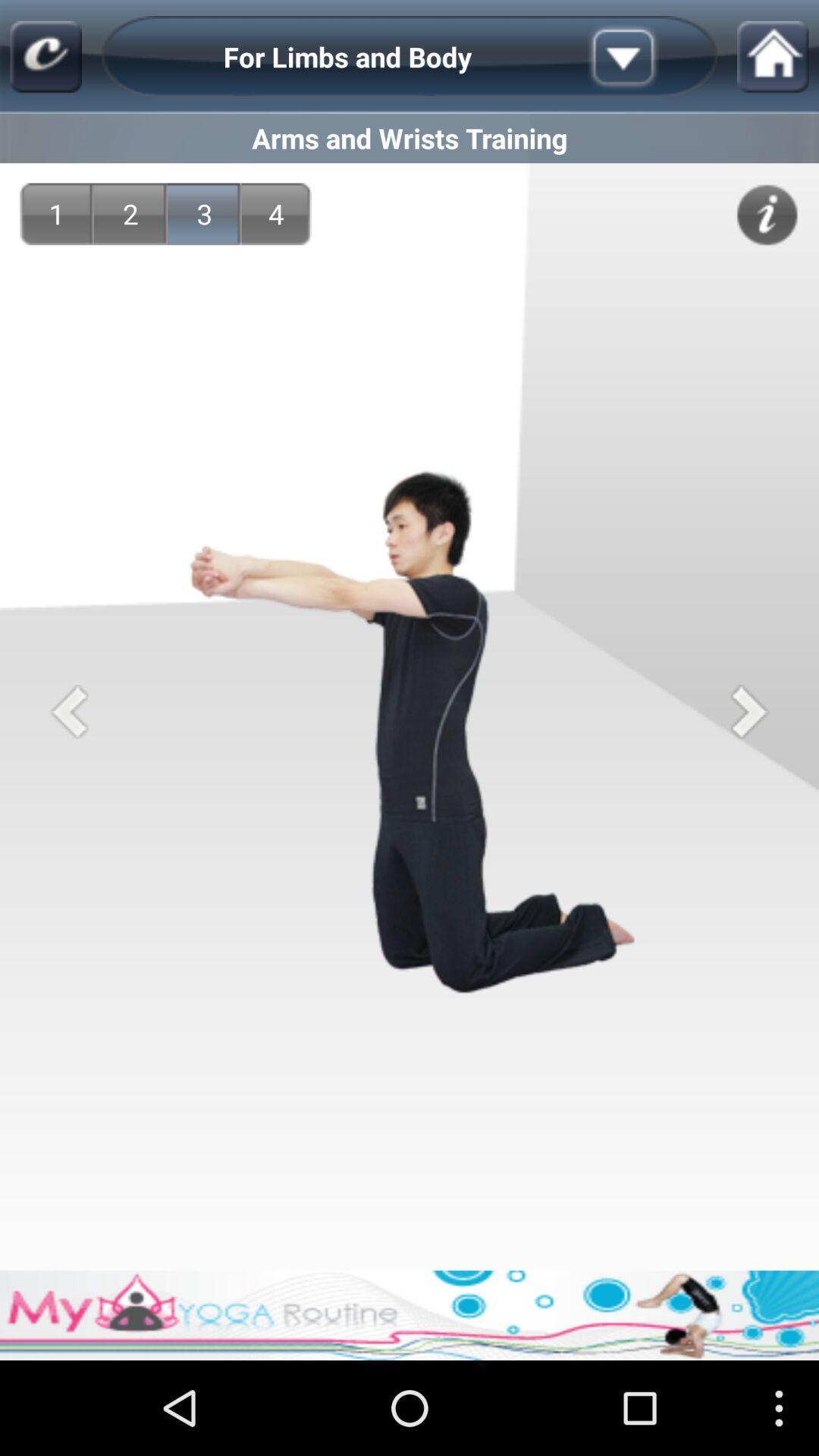  Describe the element at coordinates (767, 214) in the screenshot. I see `icon below the arms and wrists app` at that location.